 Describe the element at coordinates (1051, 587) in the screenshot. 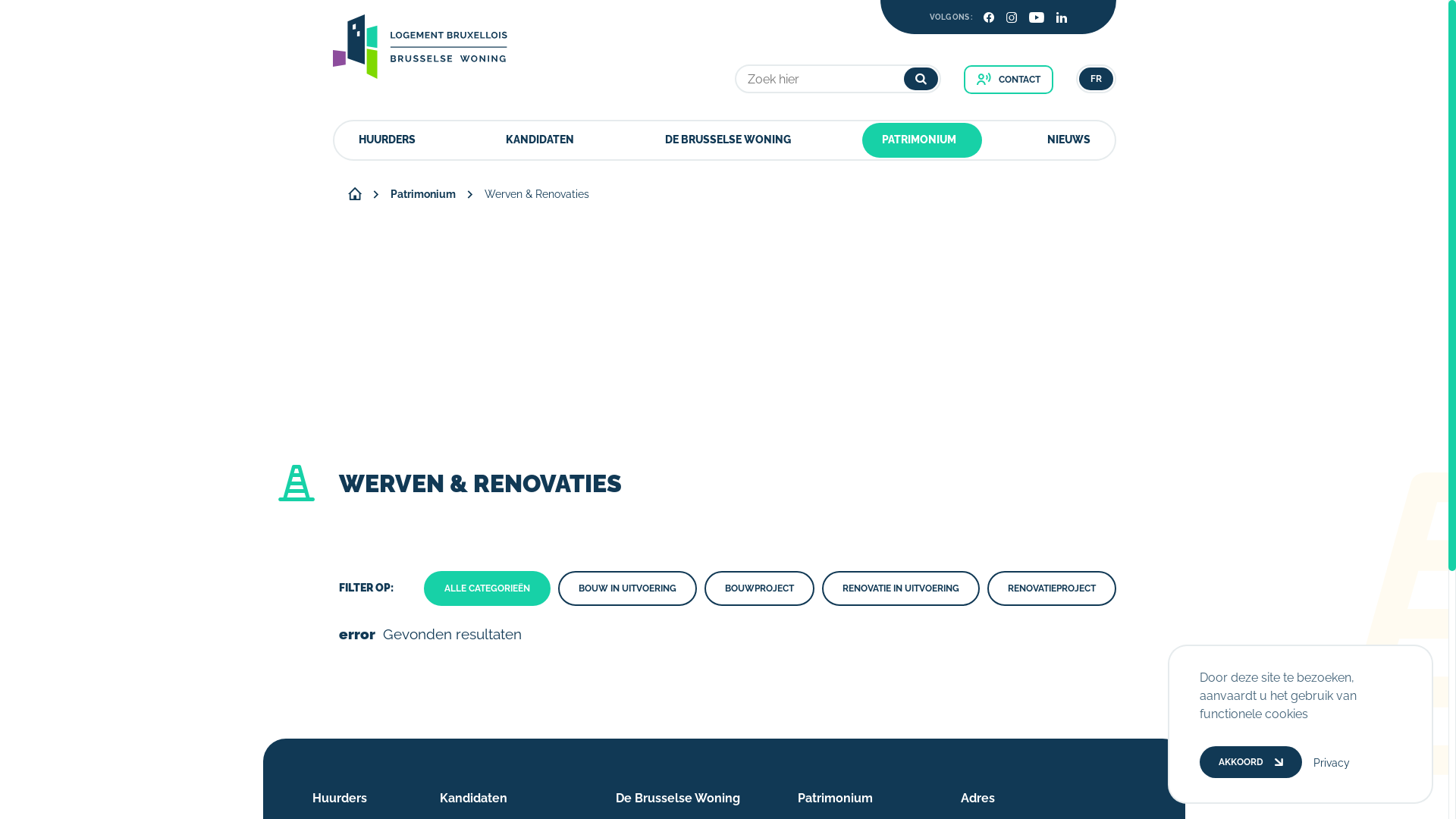

I see `'RENOVATIEPROJECT'` at that location.